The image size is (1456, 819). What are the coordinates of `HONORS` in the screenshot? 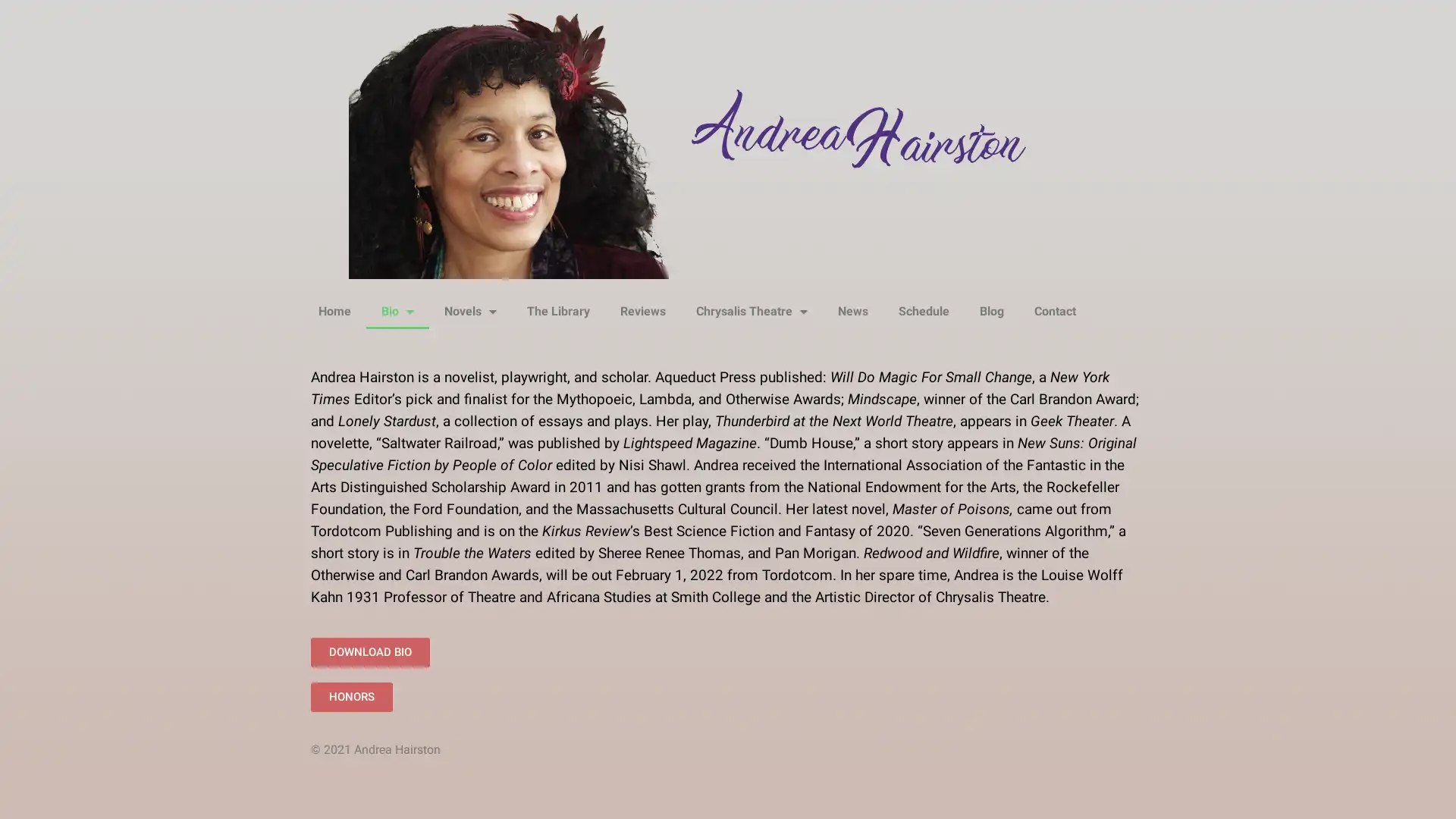 It's located at (351, 697).